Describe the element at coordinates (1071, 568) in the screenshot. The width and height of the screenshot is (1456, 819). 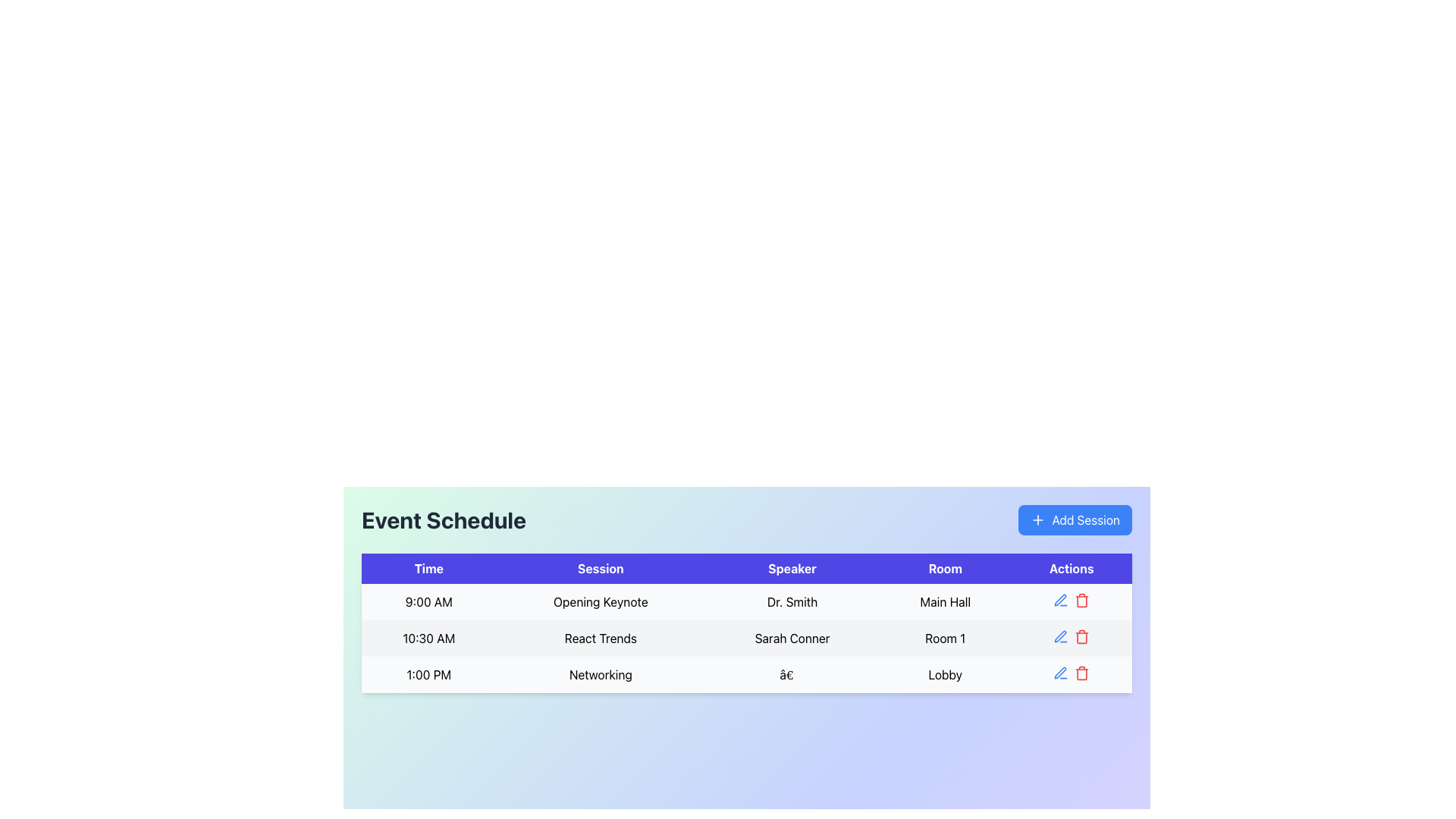
I see `the fifth table header cell labeled 'Actions', which is located in the top right corner of the table header` at that location.